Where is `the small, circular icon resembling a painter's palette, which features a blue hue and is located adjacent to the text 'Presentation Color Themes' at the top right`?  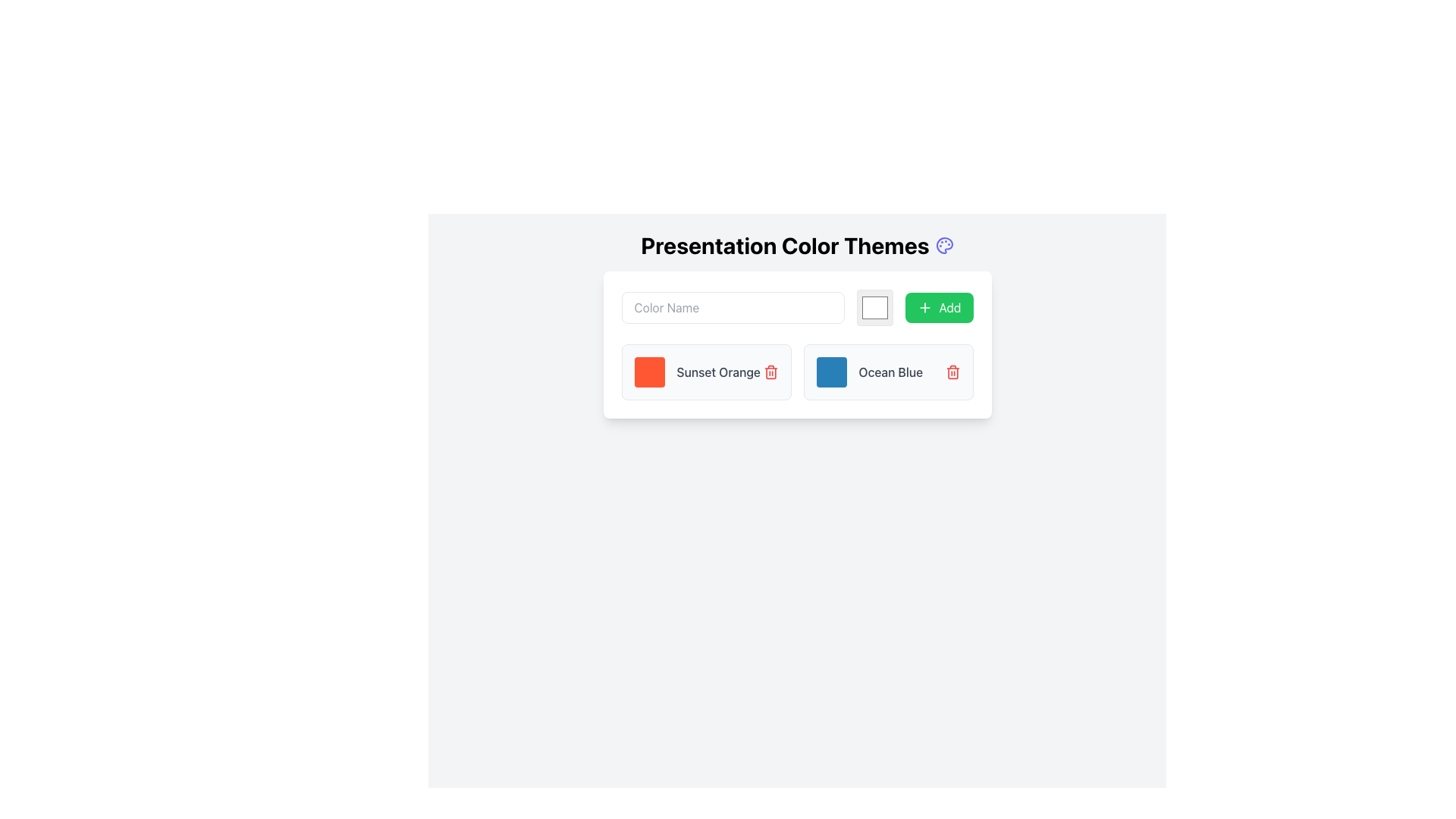
the small, circular icon resembling a painter's palette, which features a blue hue and is located adjacent to the text 'Presentation Color Themes' at the top right is located at coordinates (943, 245).